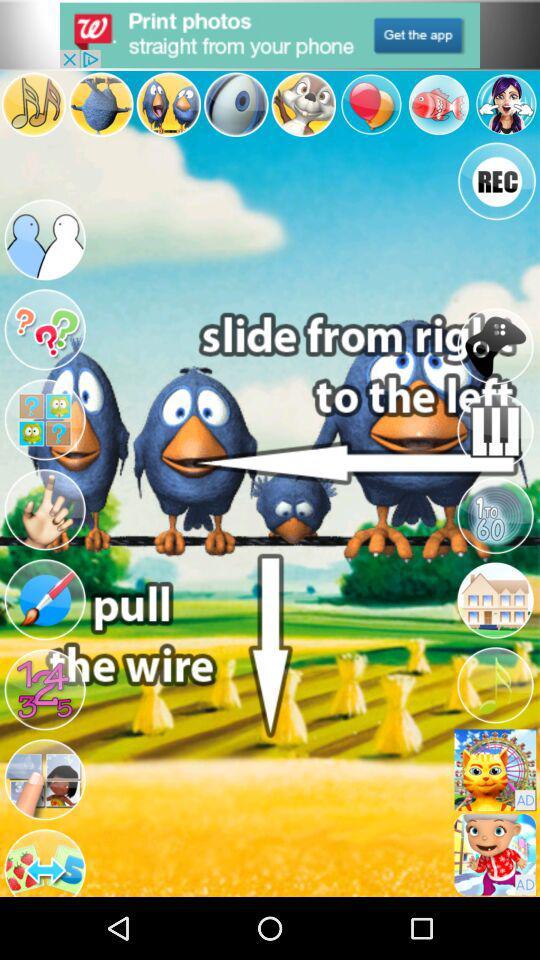 This screenshot has height=960, width=540. Describe the element at coordinates (44, 419) in the screenshot. I see `more content` at that location.